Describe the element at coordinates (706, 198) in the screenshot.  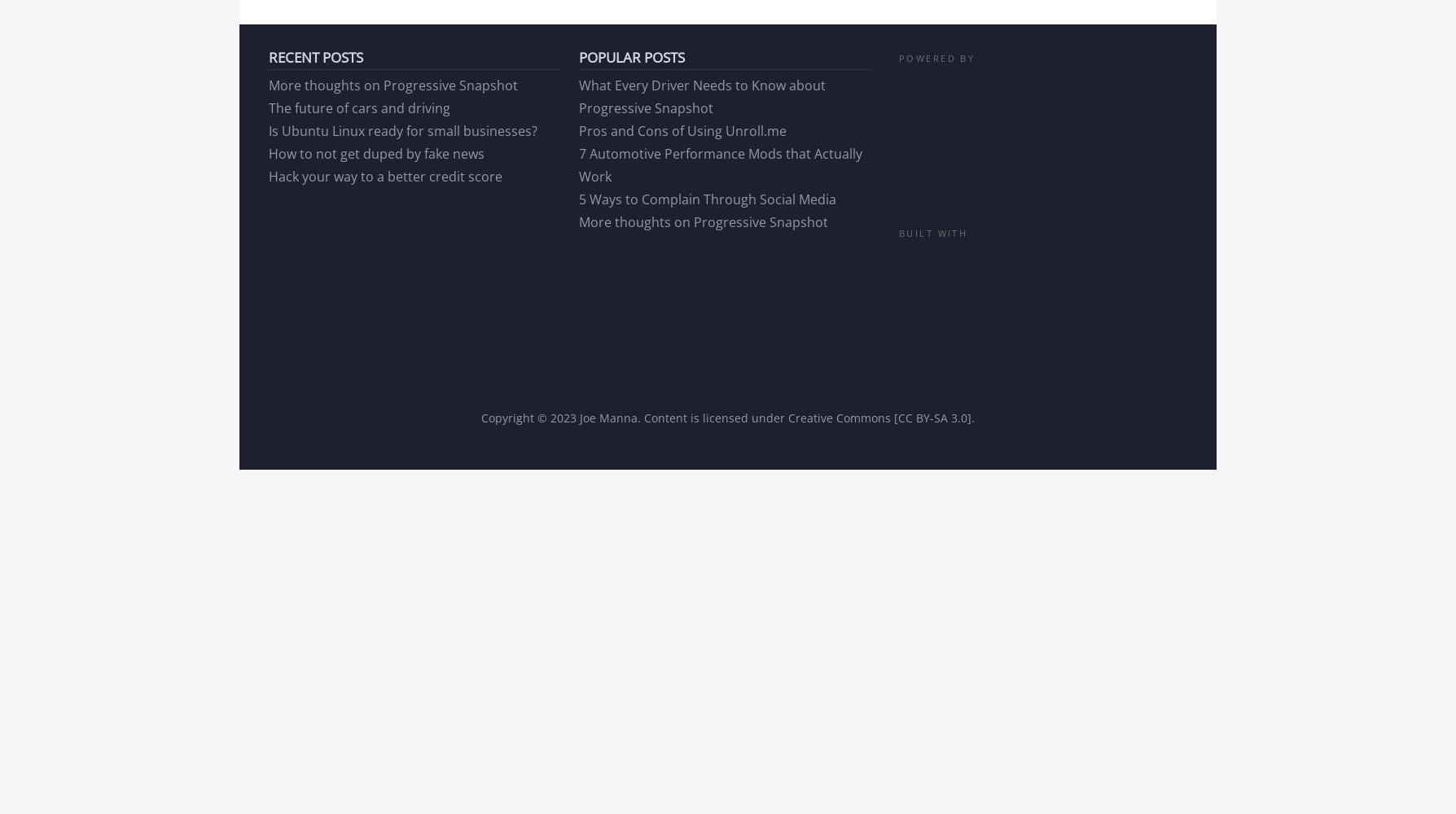
I see `'5 Ways to Complain Through Social Media'` at that location.